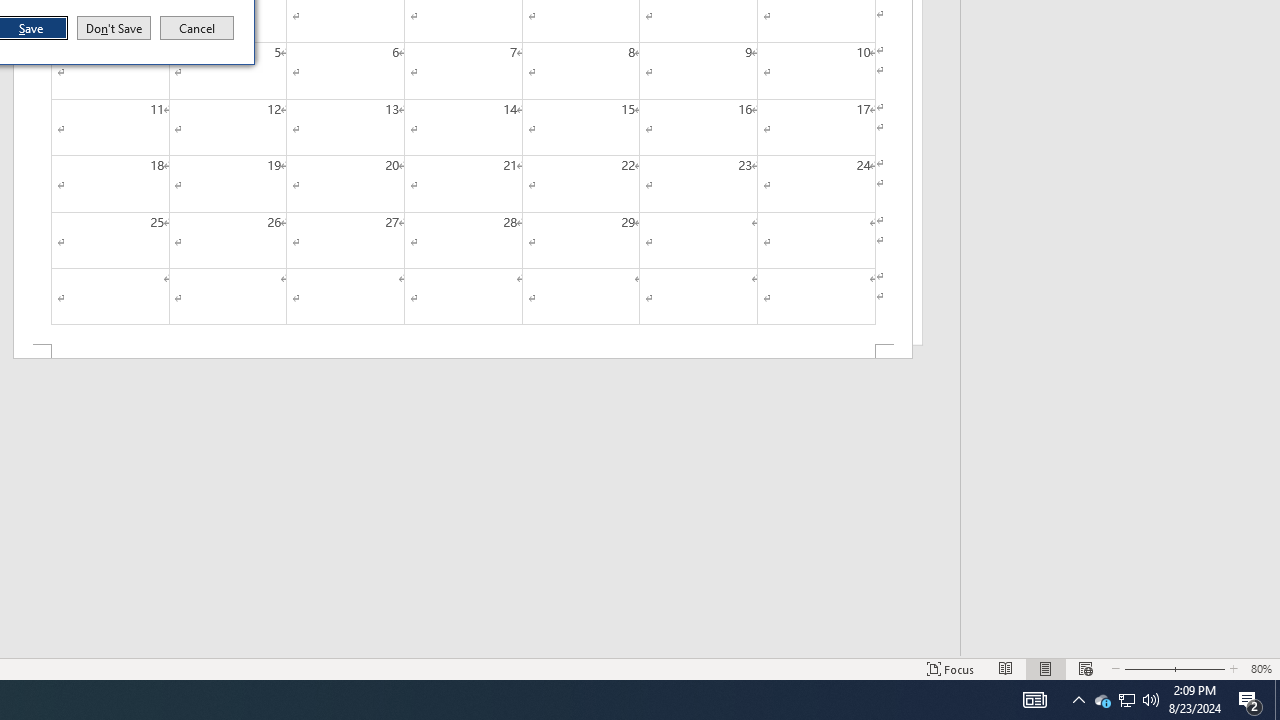 The width and height of the screenshot is (1280, 720). Describe the element at coordinates (1143, 669) in the screenshot. I see `'Zoom Out'` at that location.